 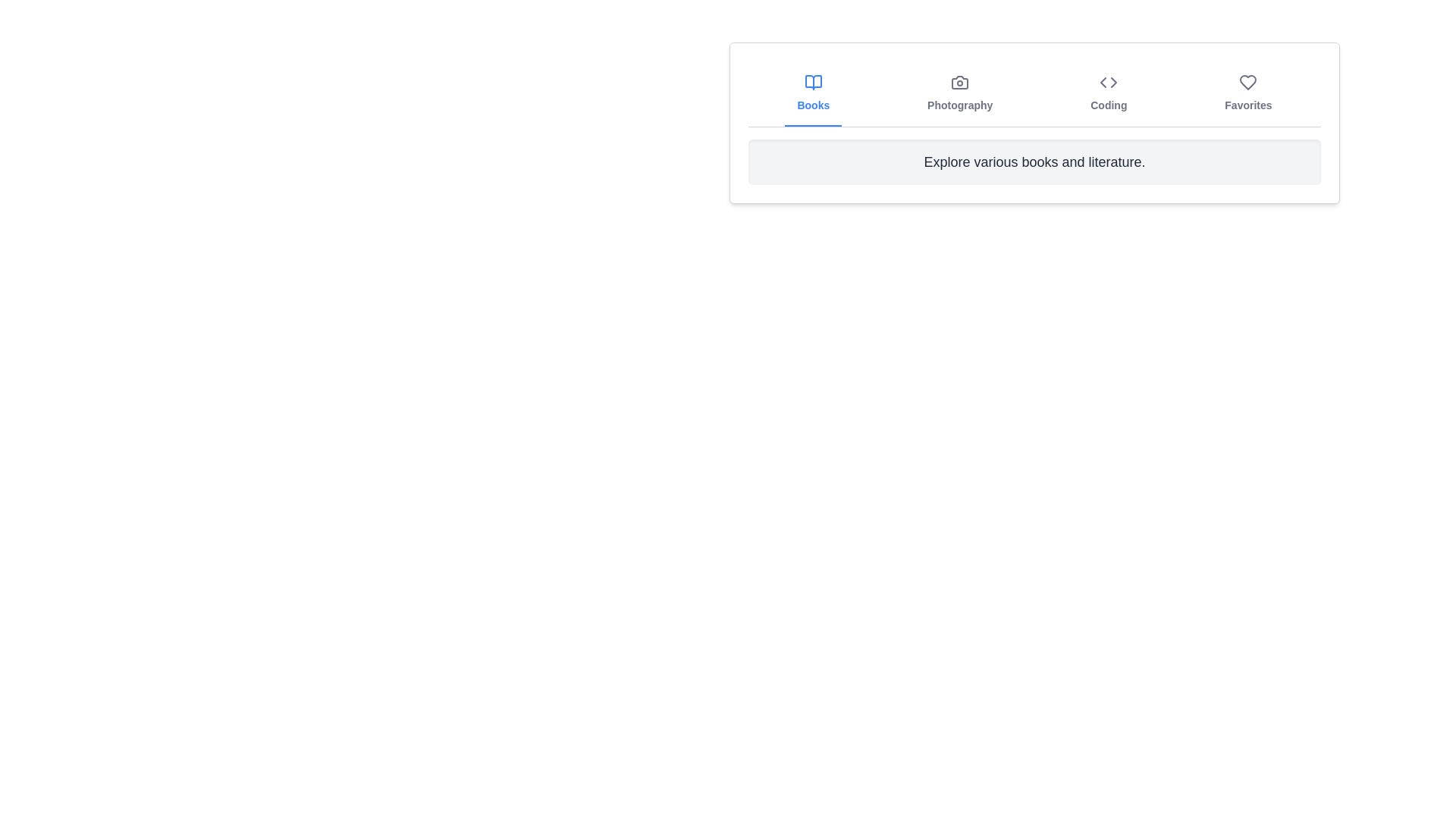 I want to click on the first menu item labeled 'Books' in the horizontal navigation menu, so click(x=812, y=93).